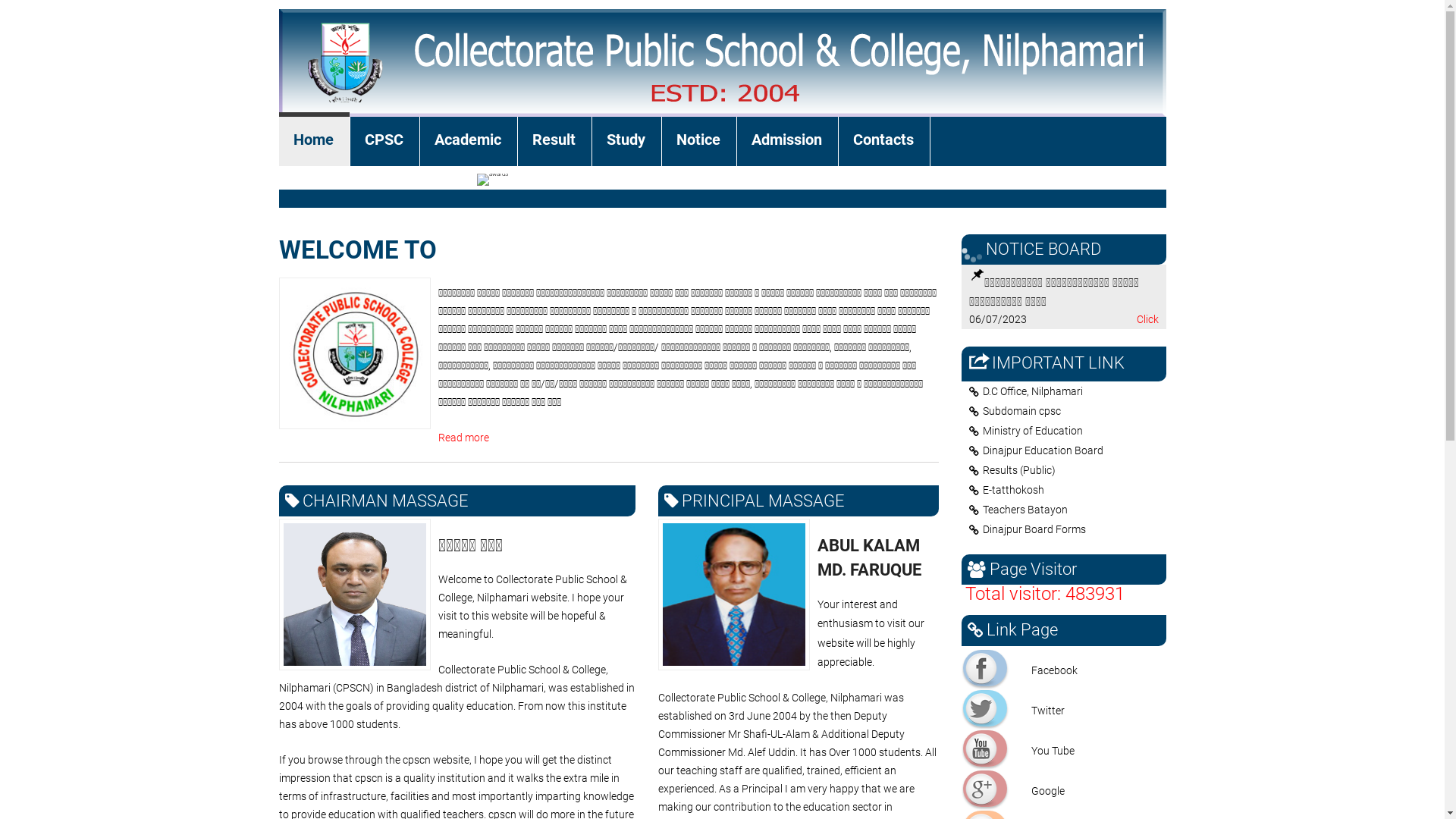  Describe the element at coordinates (962, 667) in the screenshot. I see `'Facebook'` at that location.